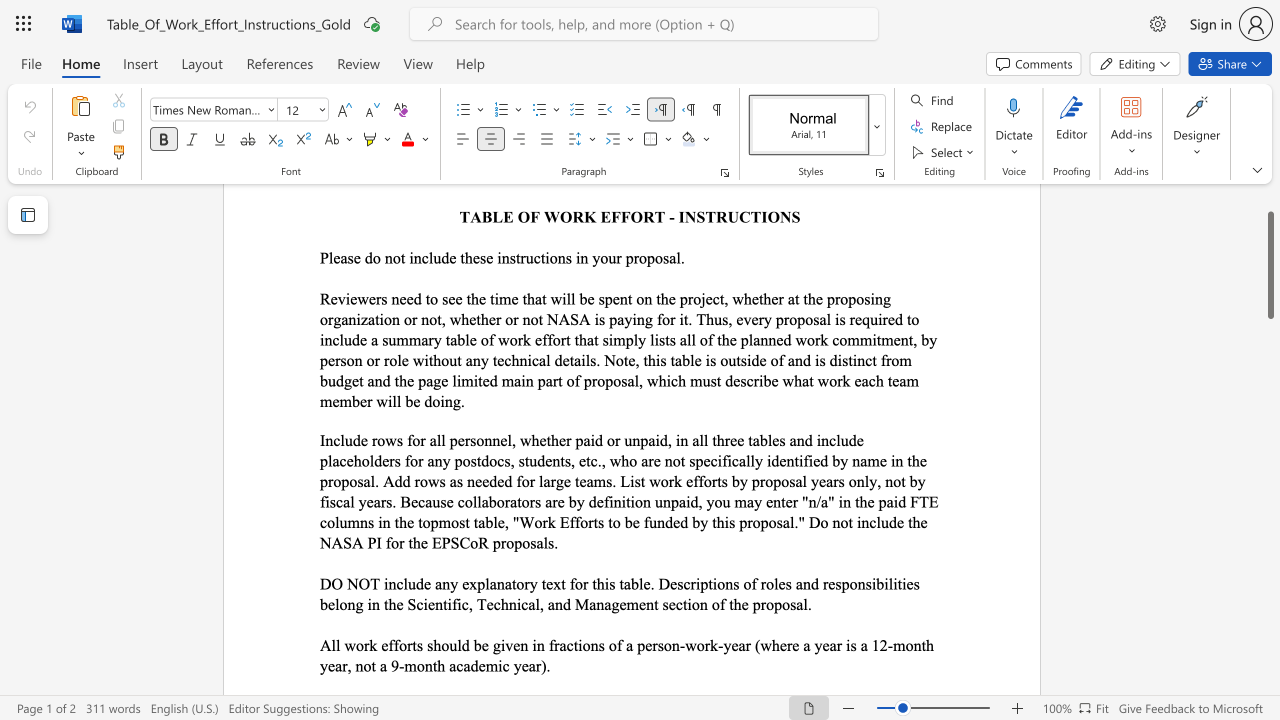 The image size is (1280, 720). I want to click on the scrollbar and move up 20 pixels, so click(1269, 264).